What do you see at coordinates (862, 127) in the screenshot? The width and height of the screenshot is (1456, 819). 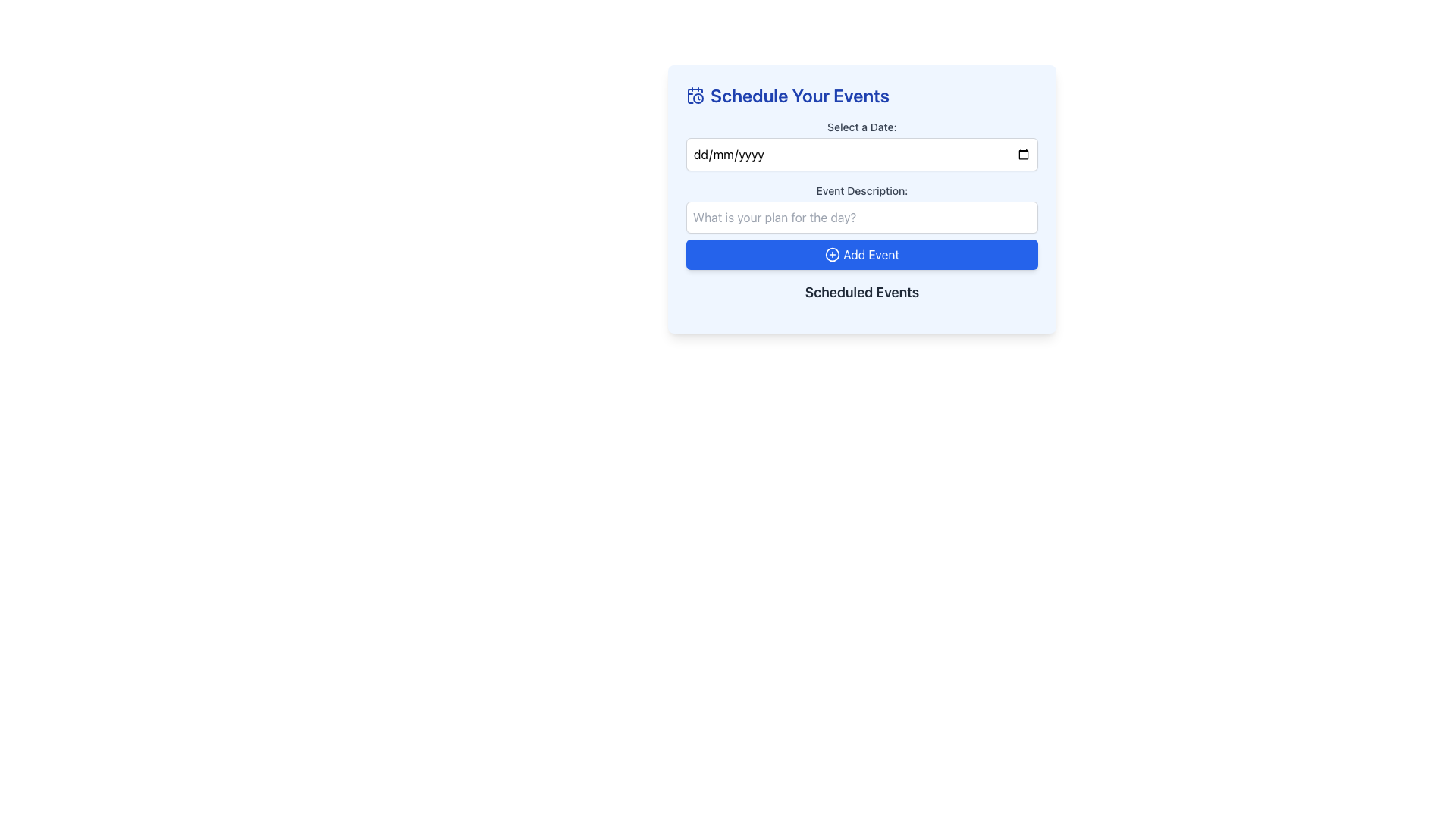 I see `the Text Label that indicates the date input field in the 'Schedule Your Events' form` at bounding box center [862, 127].